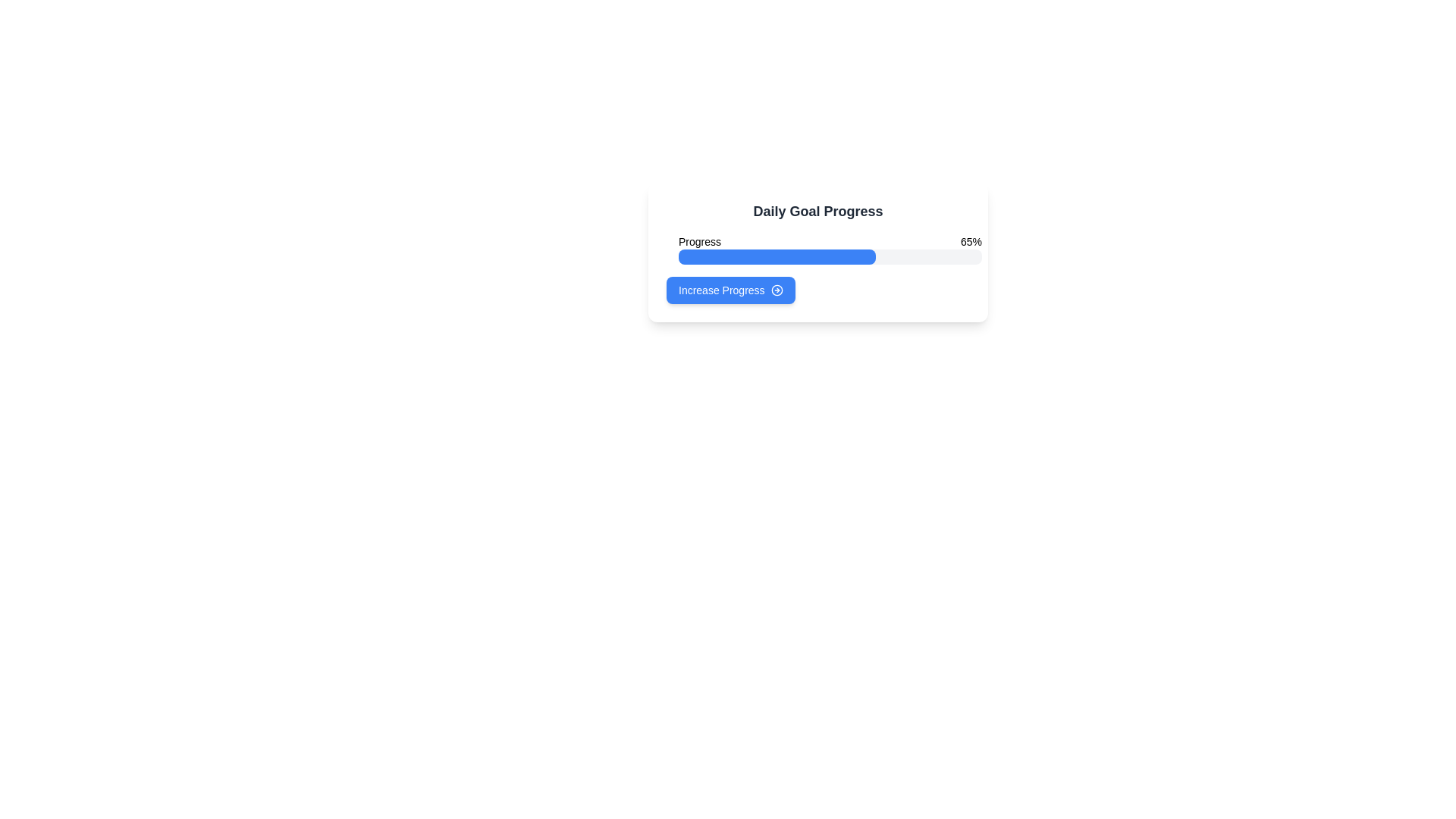  What do you see at coordinates (698, 241) in the screenshot?
I see `the 'Progress' text label, which is a small-sized standard font element located on the left side of the layout alongside '65%', within the 'Daily Goal Progress' card above the progress bar` at bounding box center [698, 241].